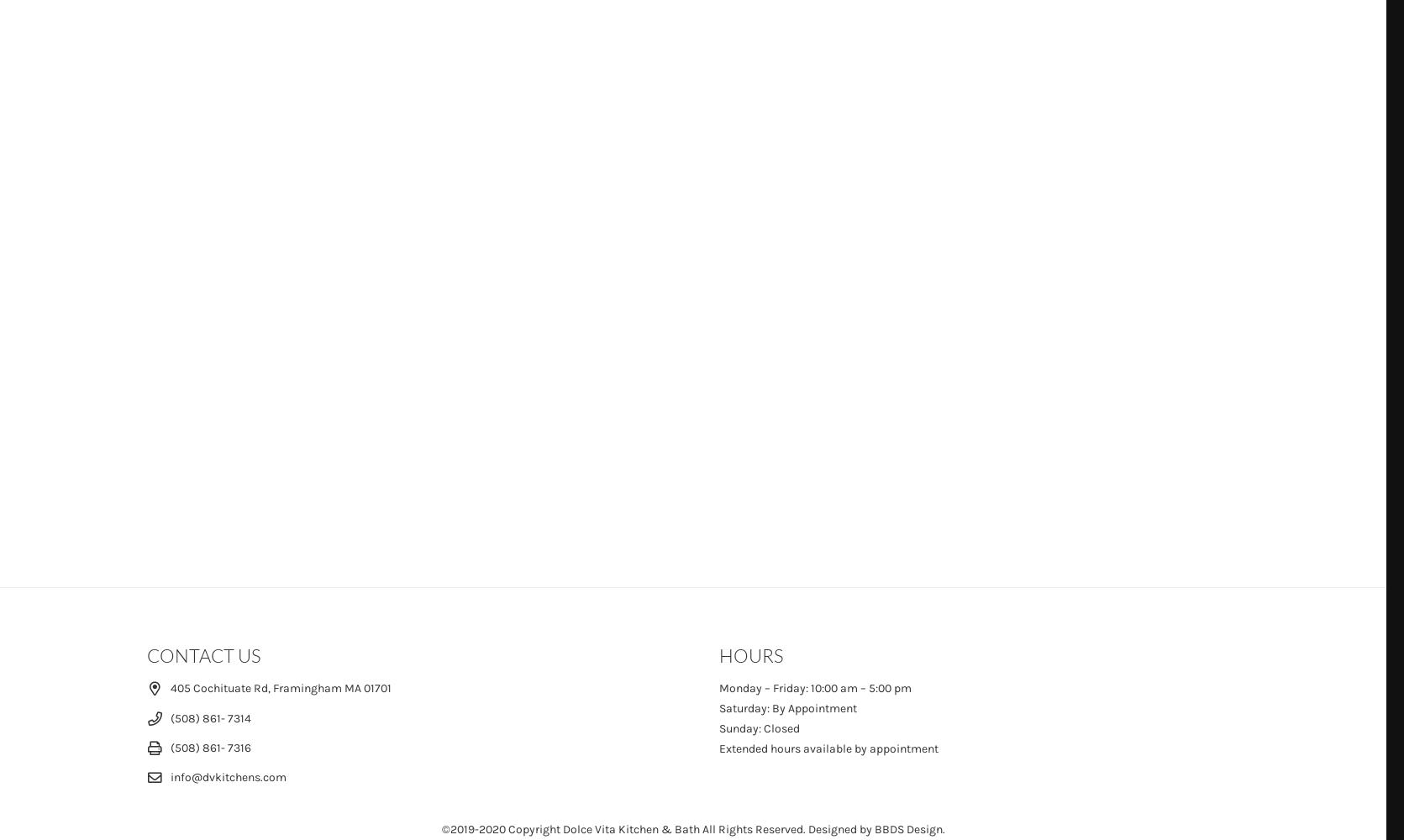 The width and height of the screenshot is (1404, 840). Describe the element at coordinates (623, 828) in the screenshot. I see `'©2019-2020 Copyright Dolce Vita Kitchen & Bath All Rights Reserved.'` at that location.